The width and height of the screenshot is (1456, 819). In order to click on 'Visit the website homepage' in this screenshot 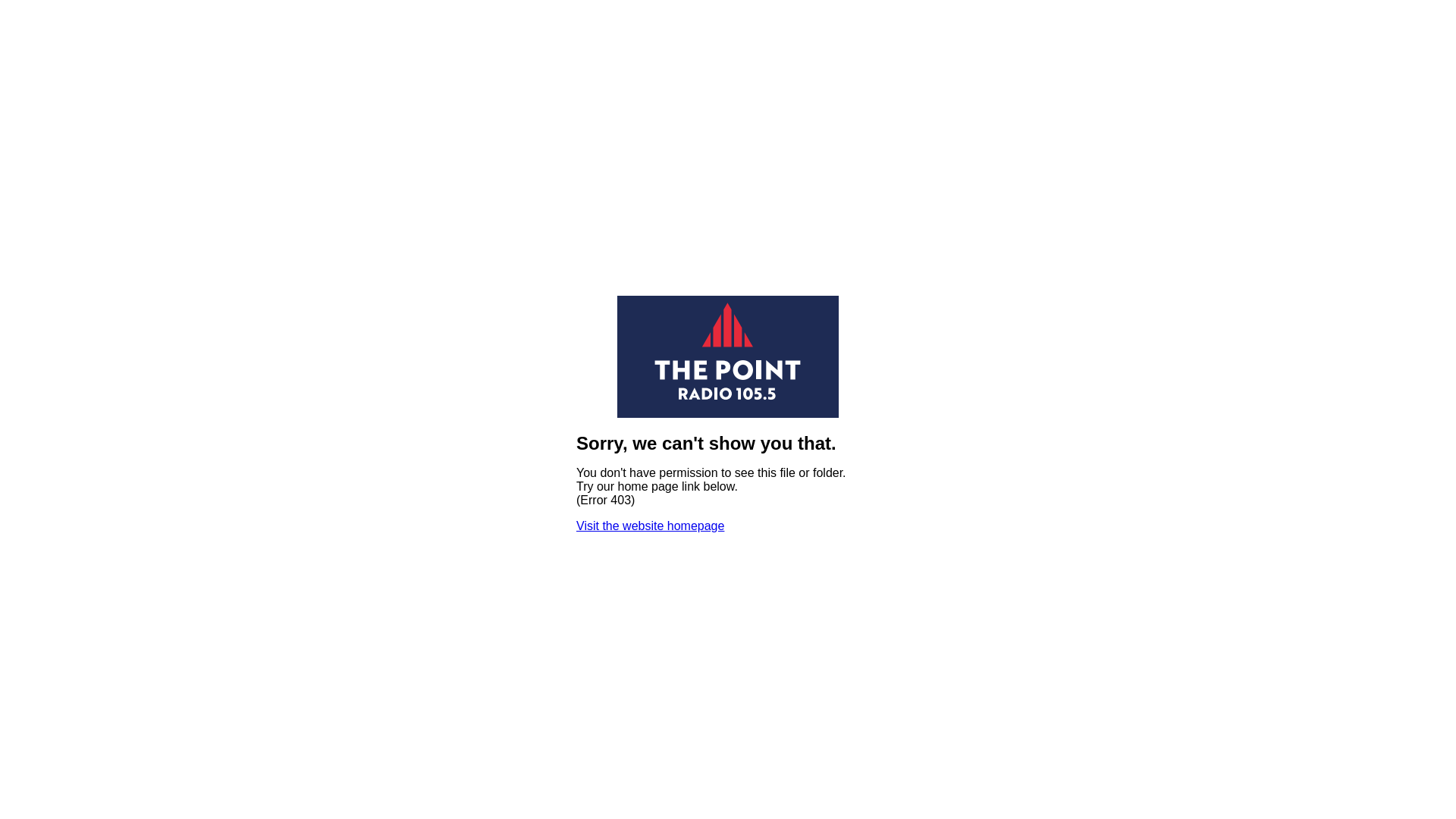, I will do `click(650, 525)`.